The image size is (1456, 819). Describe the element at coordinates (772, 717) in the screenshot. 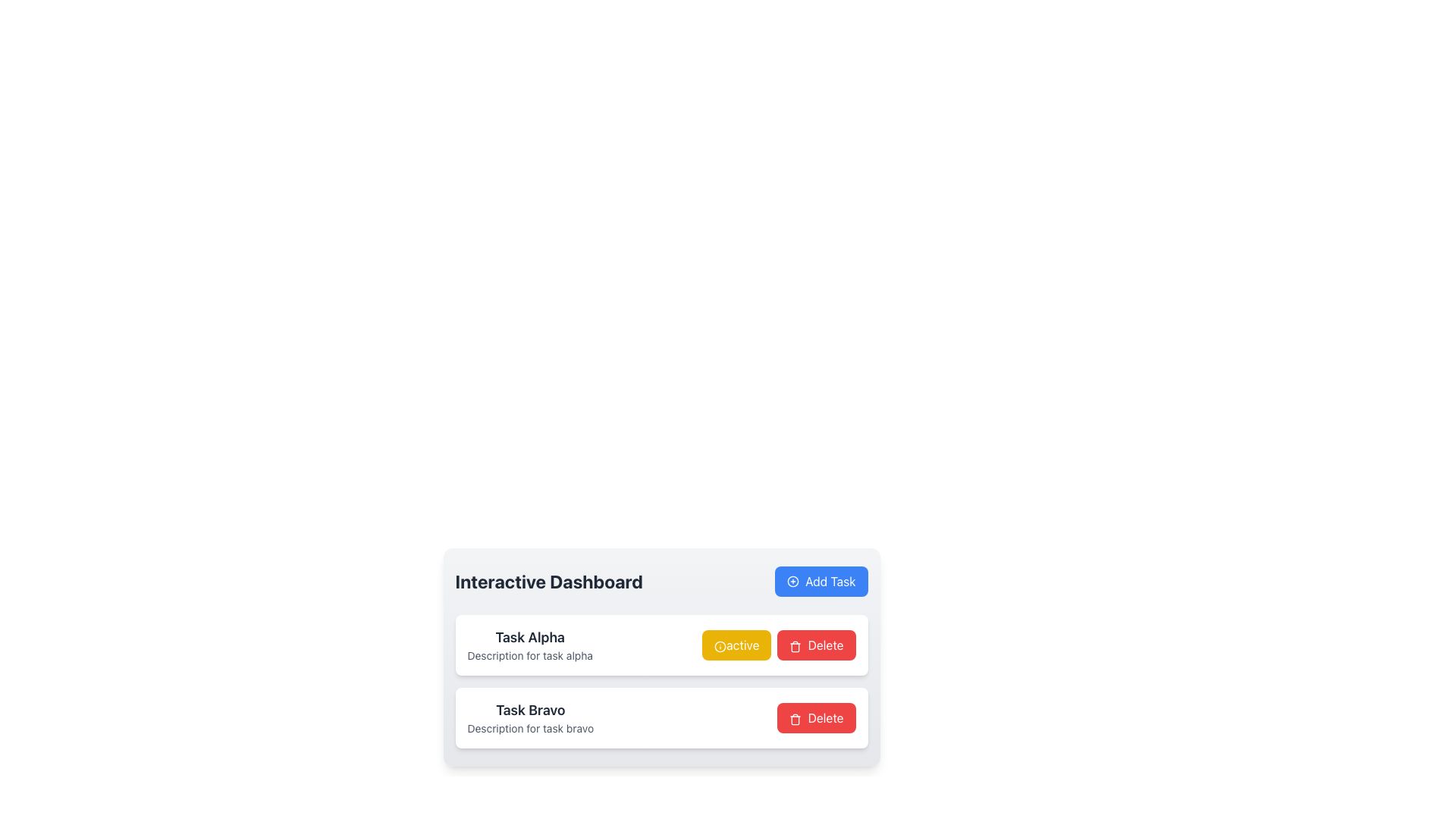

I see `the interactive status indicator and button` at that location.